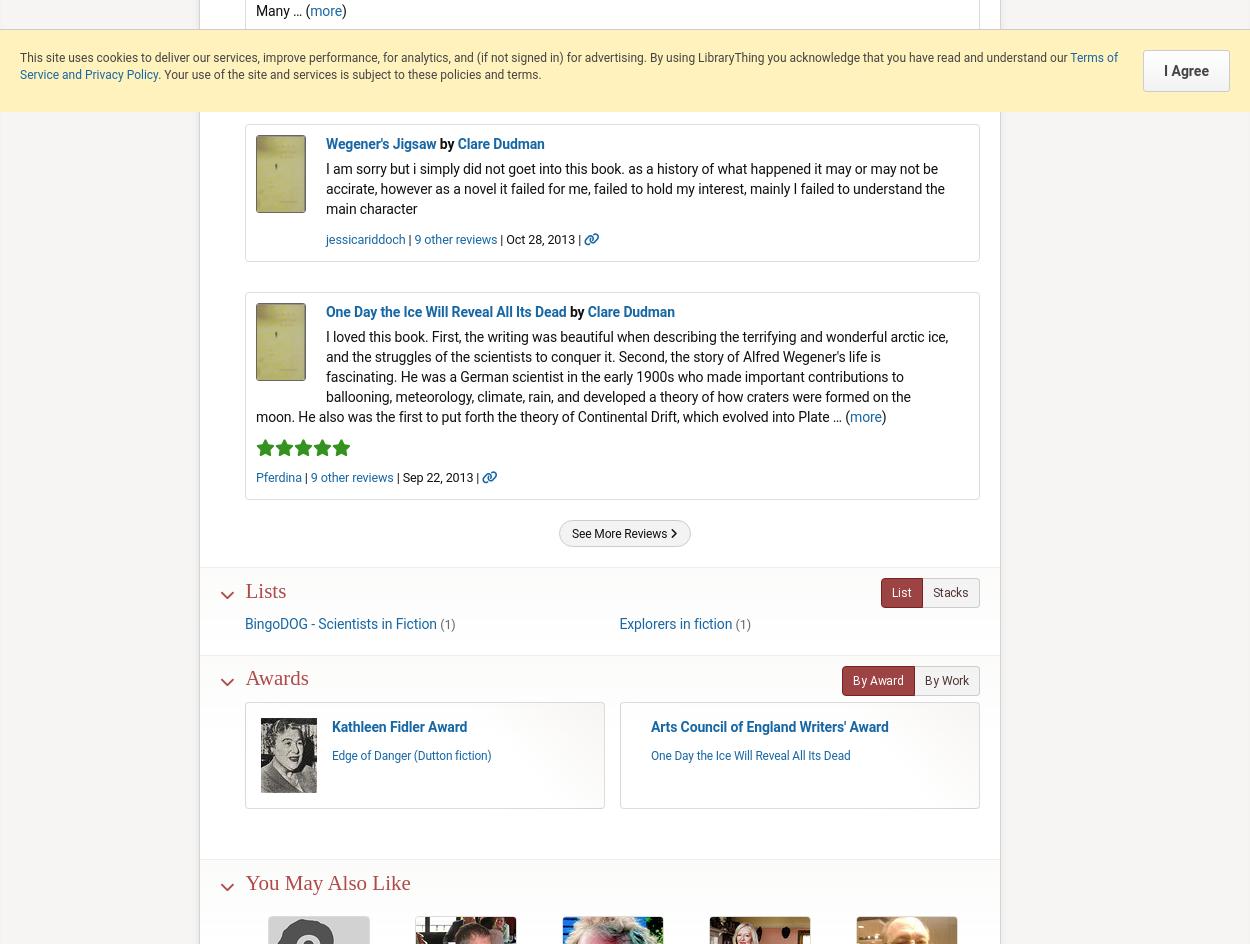 The image size is (1250, 944). Describe the element at coordinates (256, 477) in the screenshot. I see `'Pferdina'` at that location.